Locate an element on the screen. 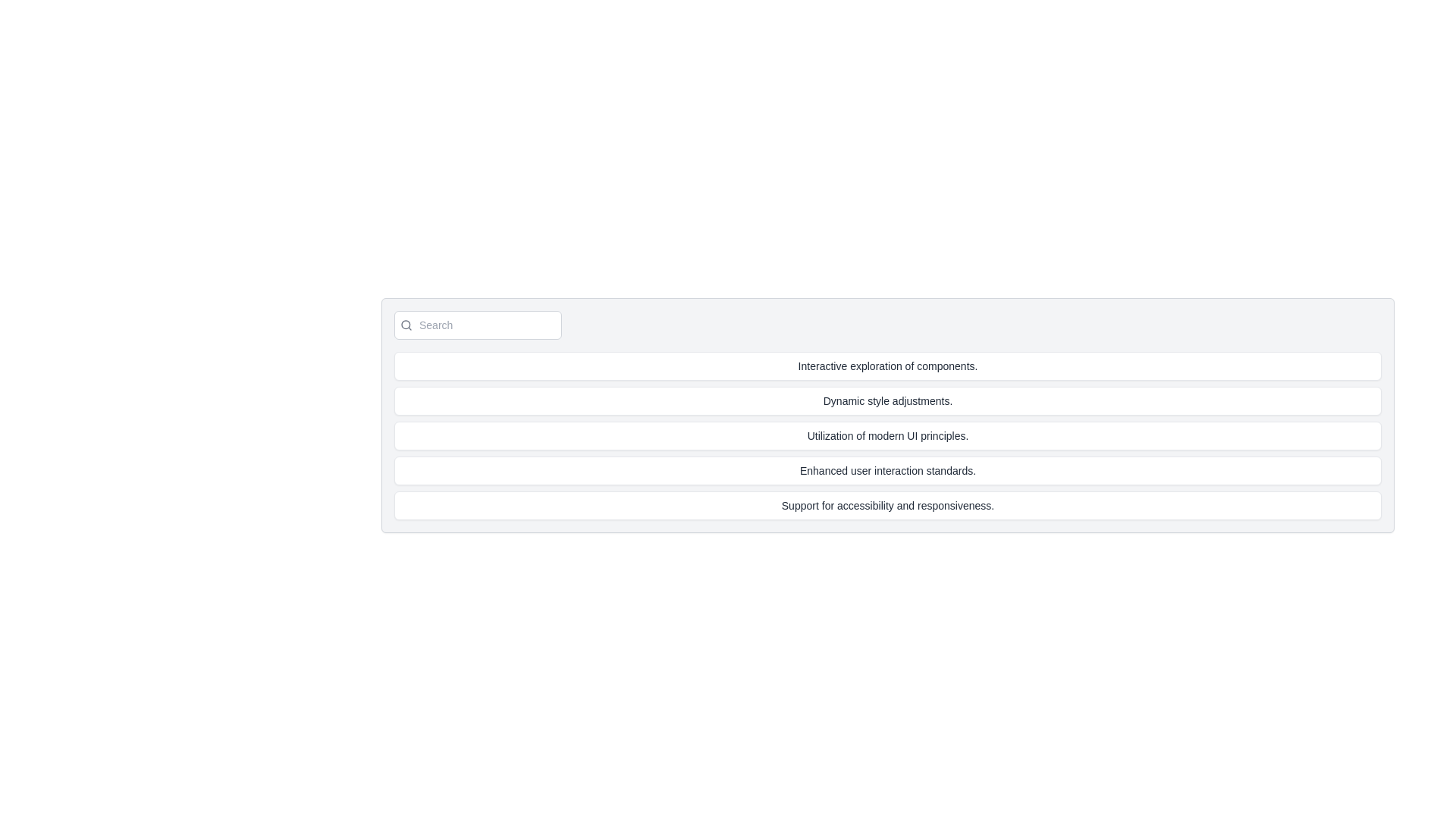 The image size is (1456, 819). the letter 'a' in the word 'standards' within the phrase 'Enhanced user interaction standards.' which is the fourth entry in a vertically stacked list of text items is located at coordinates (954, 470).